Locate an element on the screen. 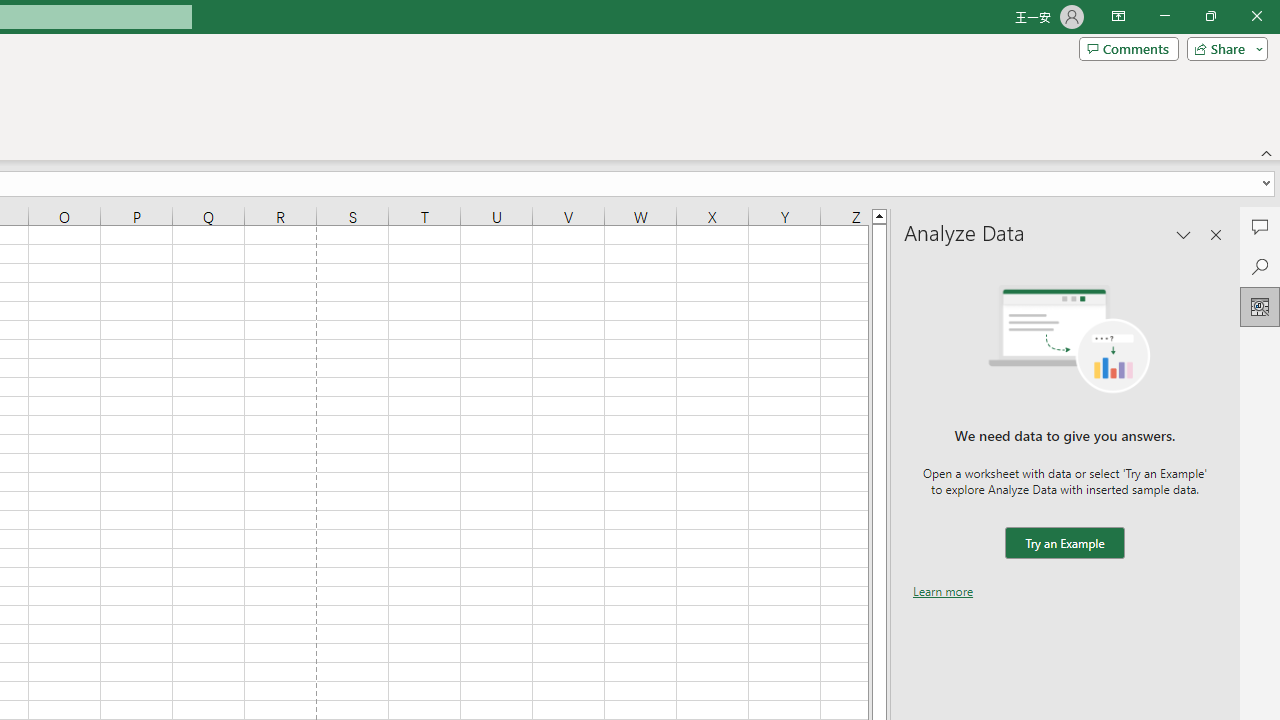 The height and width of the screenshot is (720, 1280). 'We need data to give you answers. Try an Example' is located at coordinates (1063, 543).